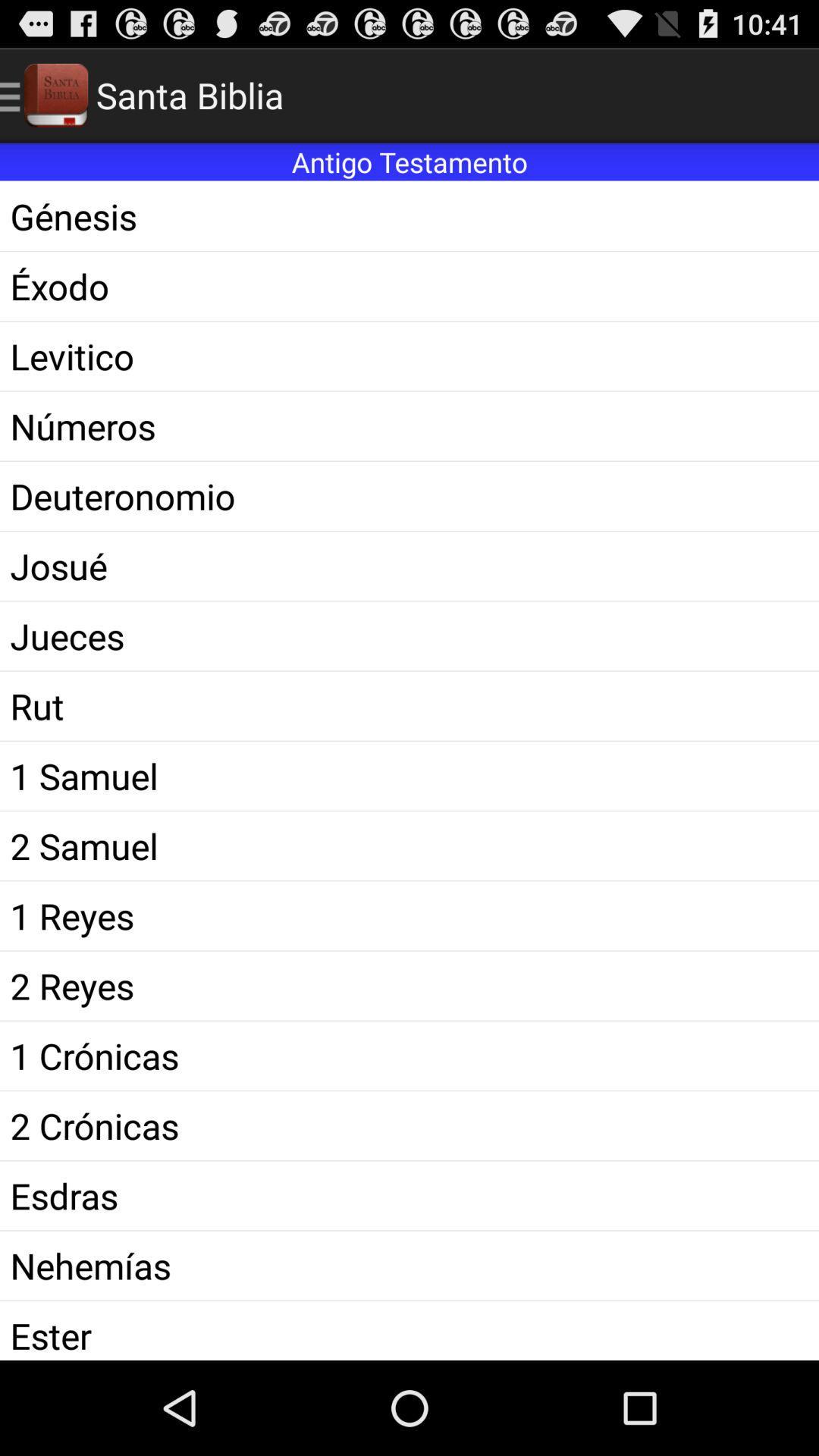 The width and height of the screenshot is (819, 1456). What do you see at coordinates (409, 986) in the screenshot?
I see `the icon below 1 reyes icon` at bounding box center [409, 986].